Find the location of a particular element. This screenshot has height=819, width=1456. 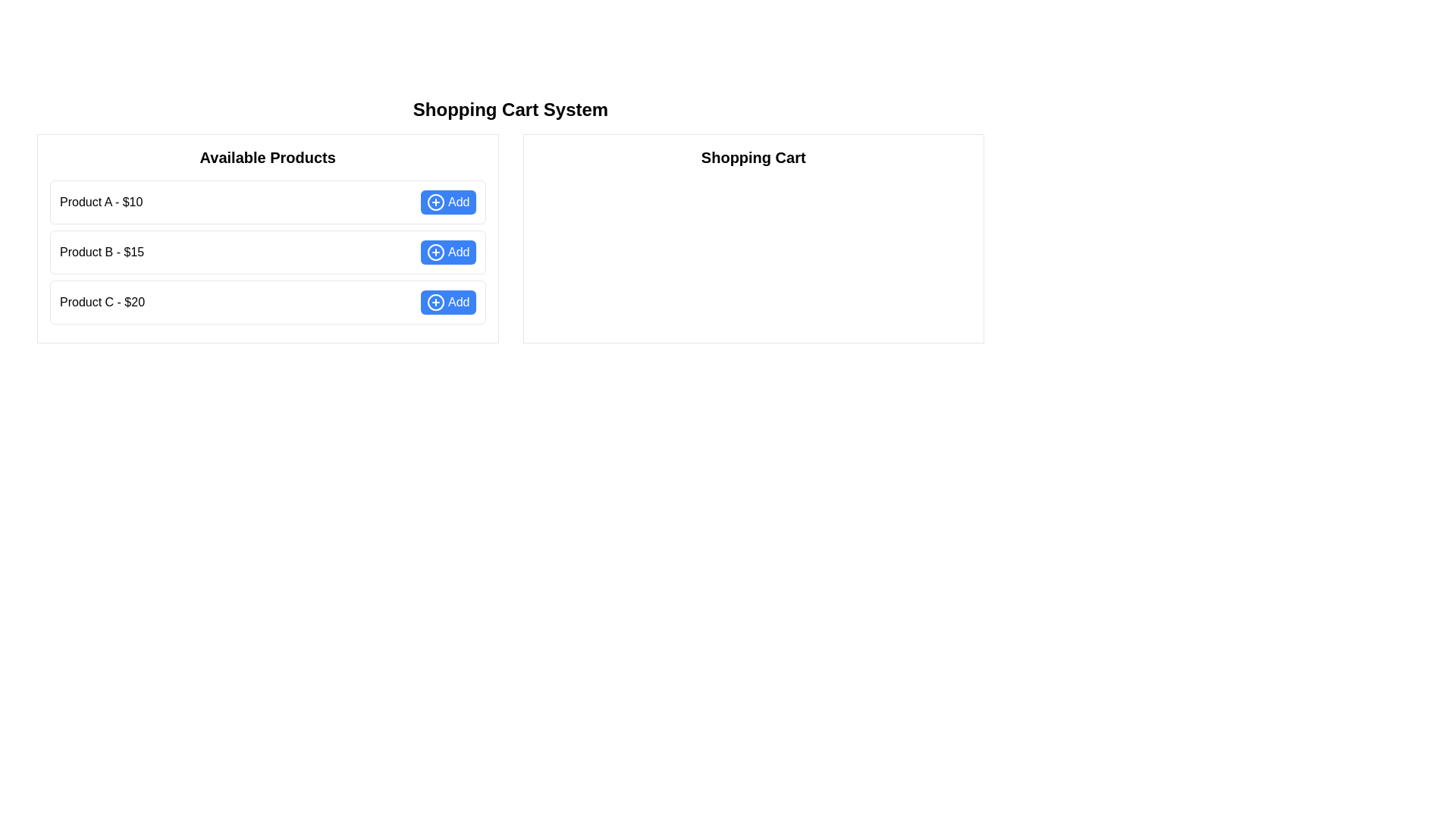

the 'Add' button with a blue background and white text, located on the right end of the row labeled 'Product B - $15' in the 'Available Products' panel is located at coordinates (447, 251).